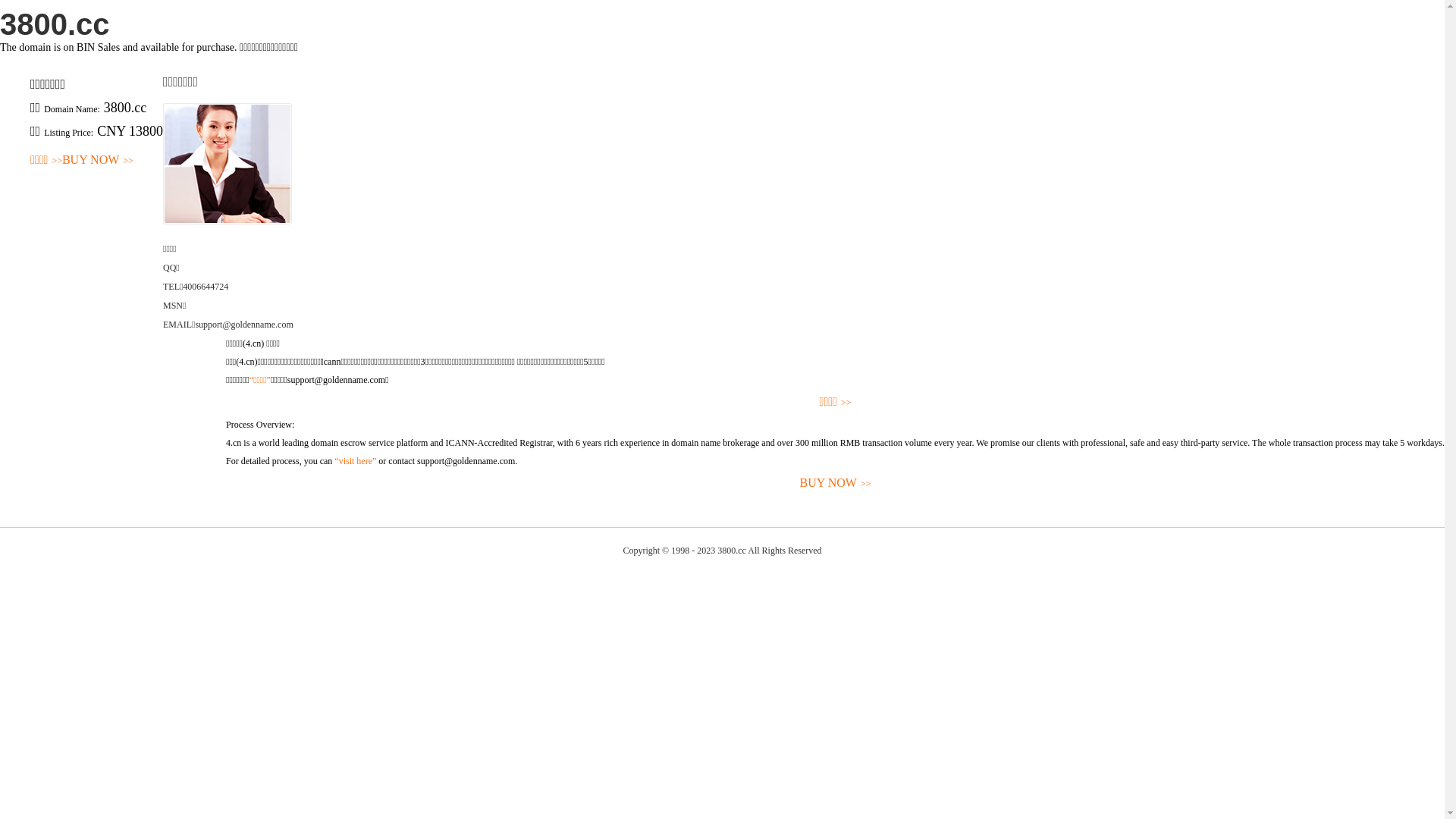  I want to click on 'BUY NOW>>', so click(97, 160).